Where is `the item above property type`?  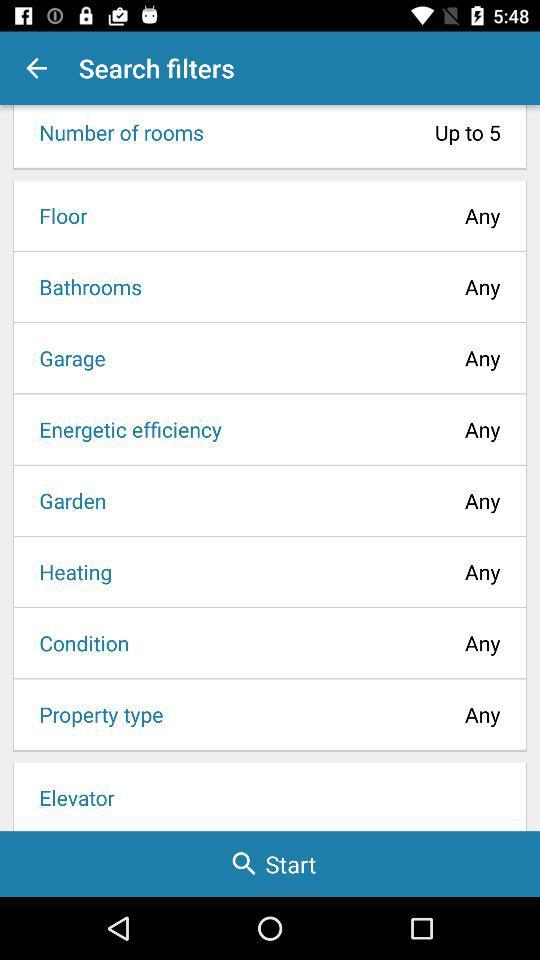
the item above property type is located at coordinates (76, 642).